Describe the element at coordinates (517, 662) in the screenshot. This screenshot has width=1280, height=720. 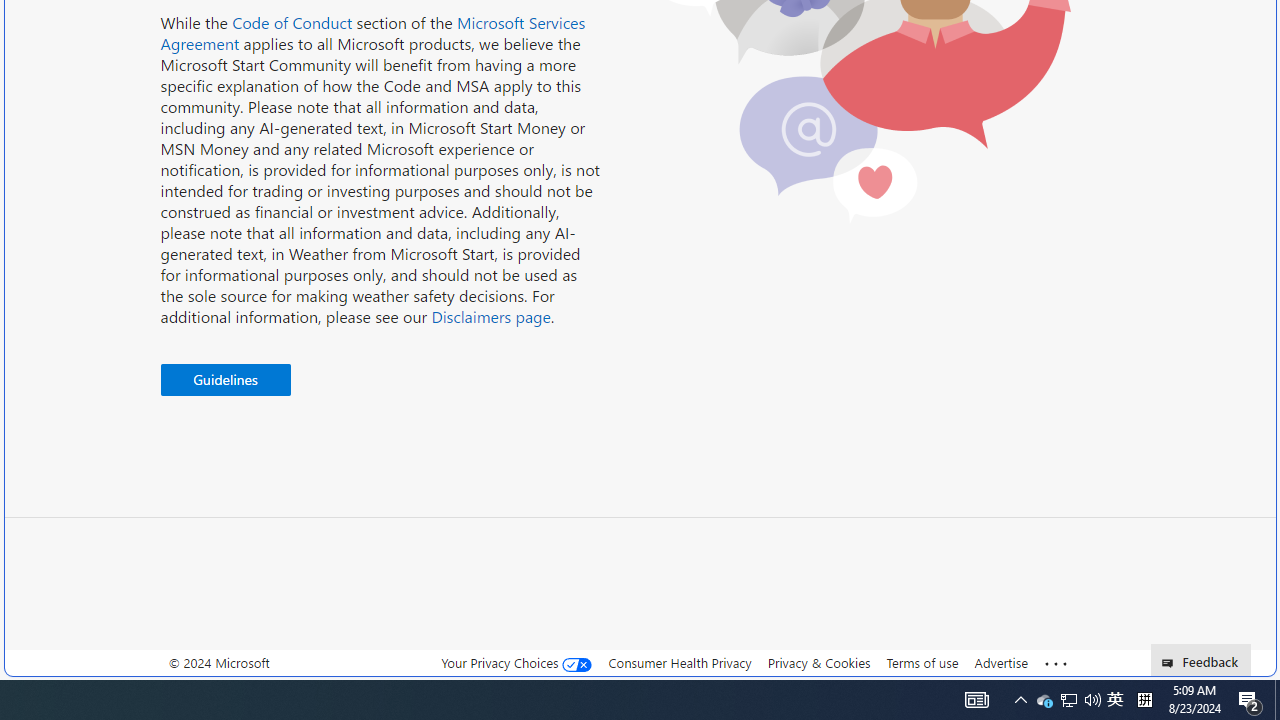
I see `'Your Privacy Choices'` at that location.